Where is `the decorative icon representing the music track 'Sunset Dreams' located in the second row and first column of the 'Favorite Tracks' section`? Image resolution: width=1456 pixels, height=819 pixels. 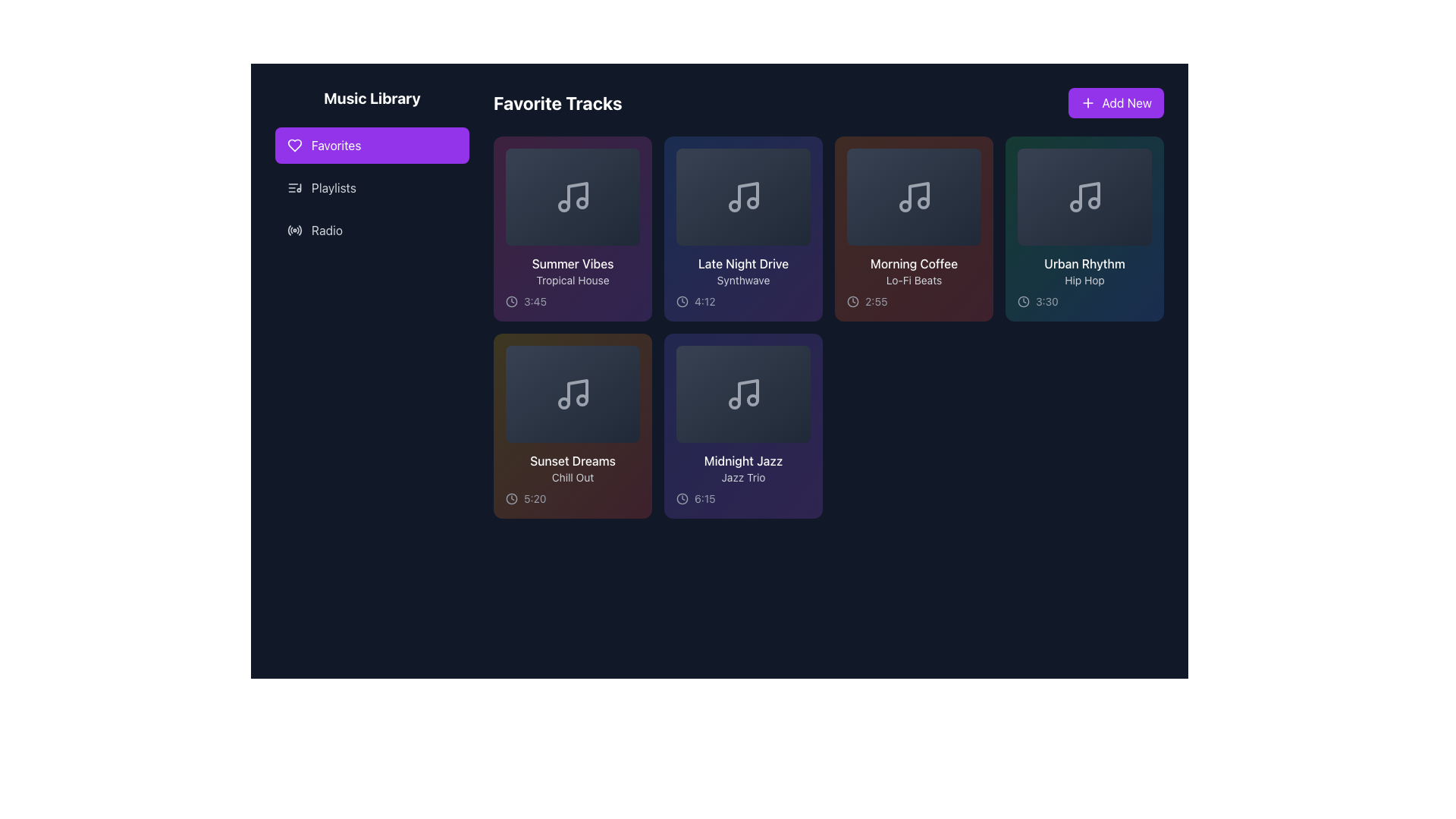
the decorative icon representing the music track 'Sunset Dreams' located in the second row and first column of the 'Favorite Tracks' section is located at coordinates (572, 394).